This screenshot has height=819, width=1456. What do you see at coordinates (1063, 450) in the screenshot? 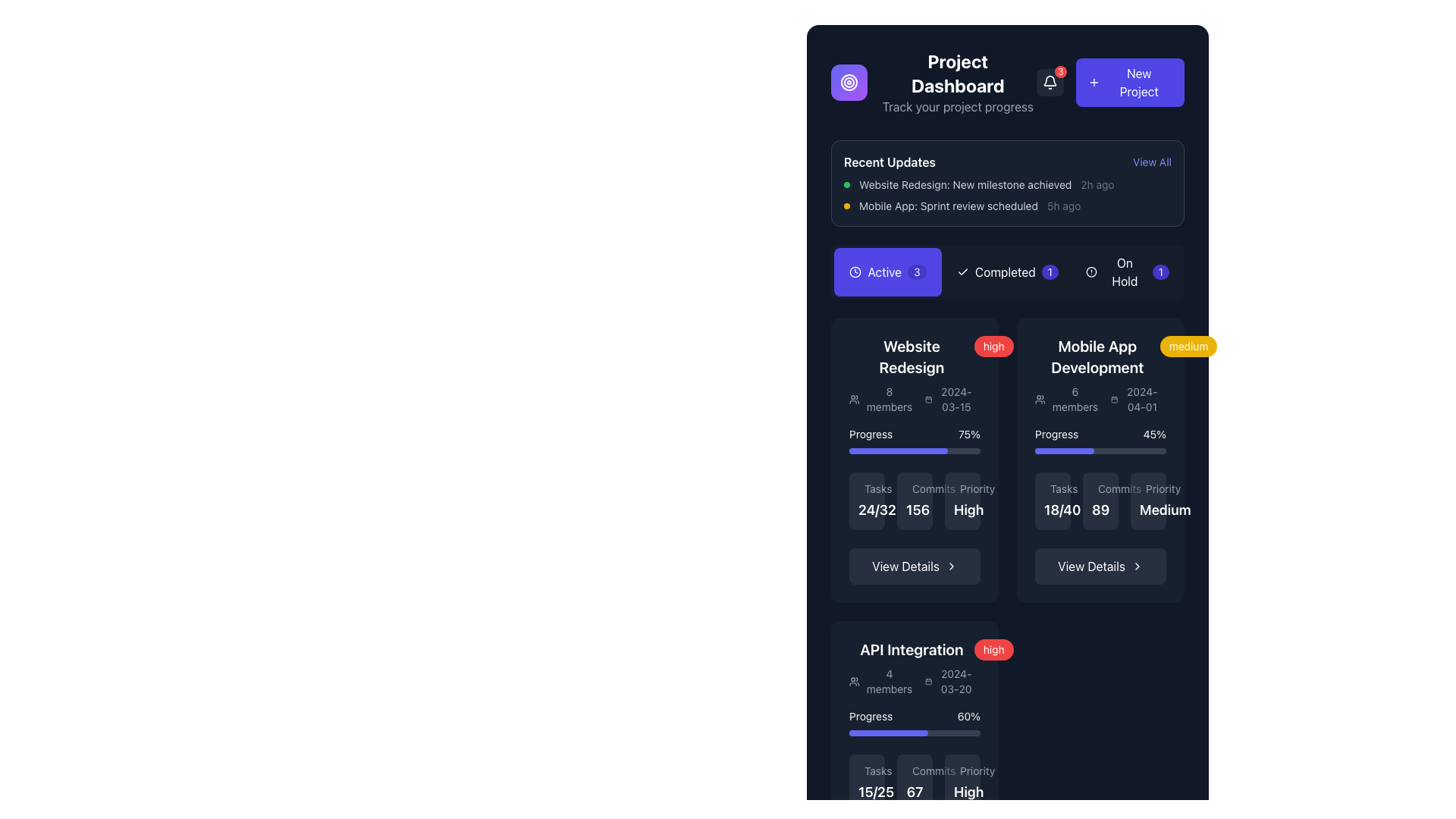
I see `the filled segment of the progress bar styled in purple, which extends to approximately 45% of its full width, located within the 'Mobile App Development' card under the 'Progress' section` at bounding box center [1063, 450].